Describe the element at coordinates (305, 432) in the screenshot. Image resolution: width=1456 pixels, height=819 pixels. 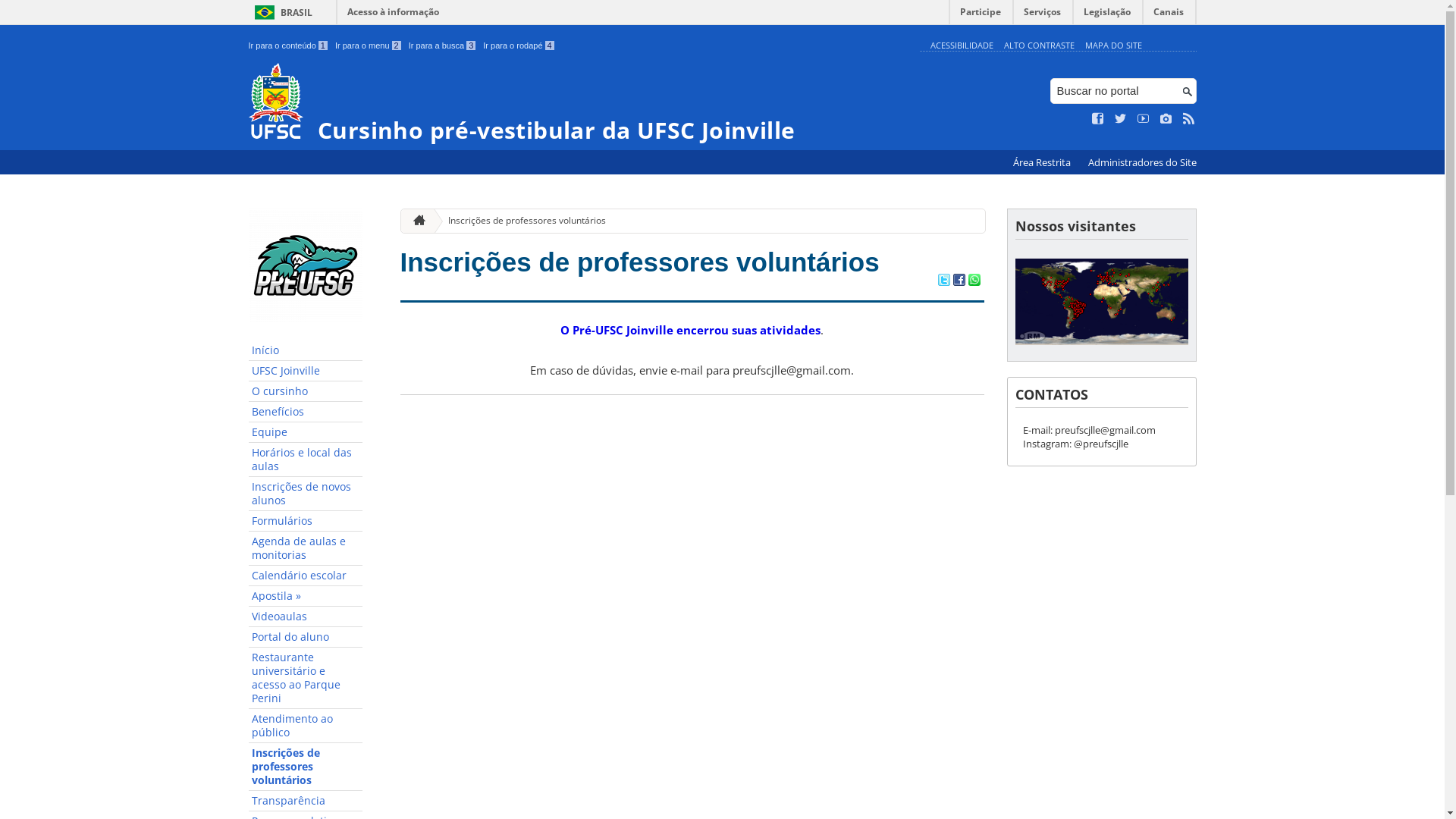
I see `'Equipe'` at that location.